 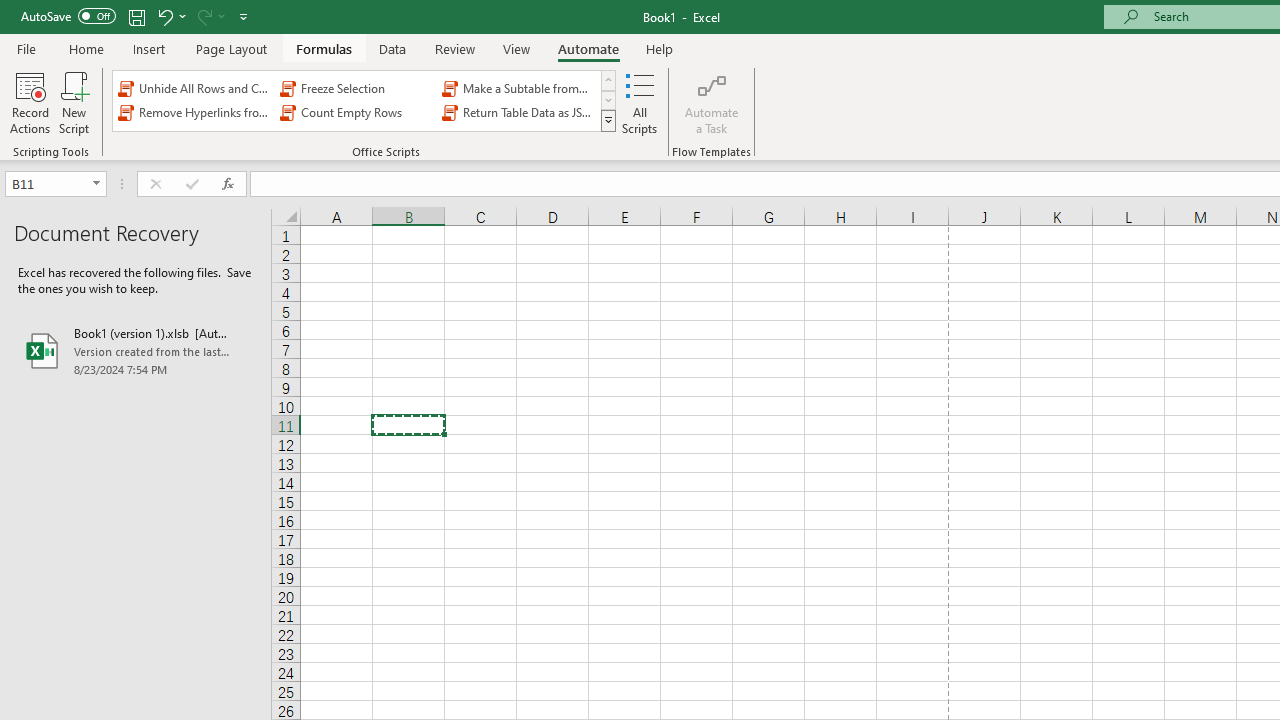 What do you see at coordinates (607, 120) in the screenshot?
I see `'Office Scripts'` at bounding box center [607, 120].